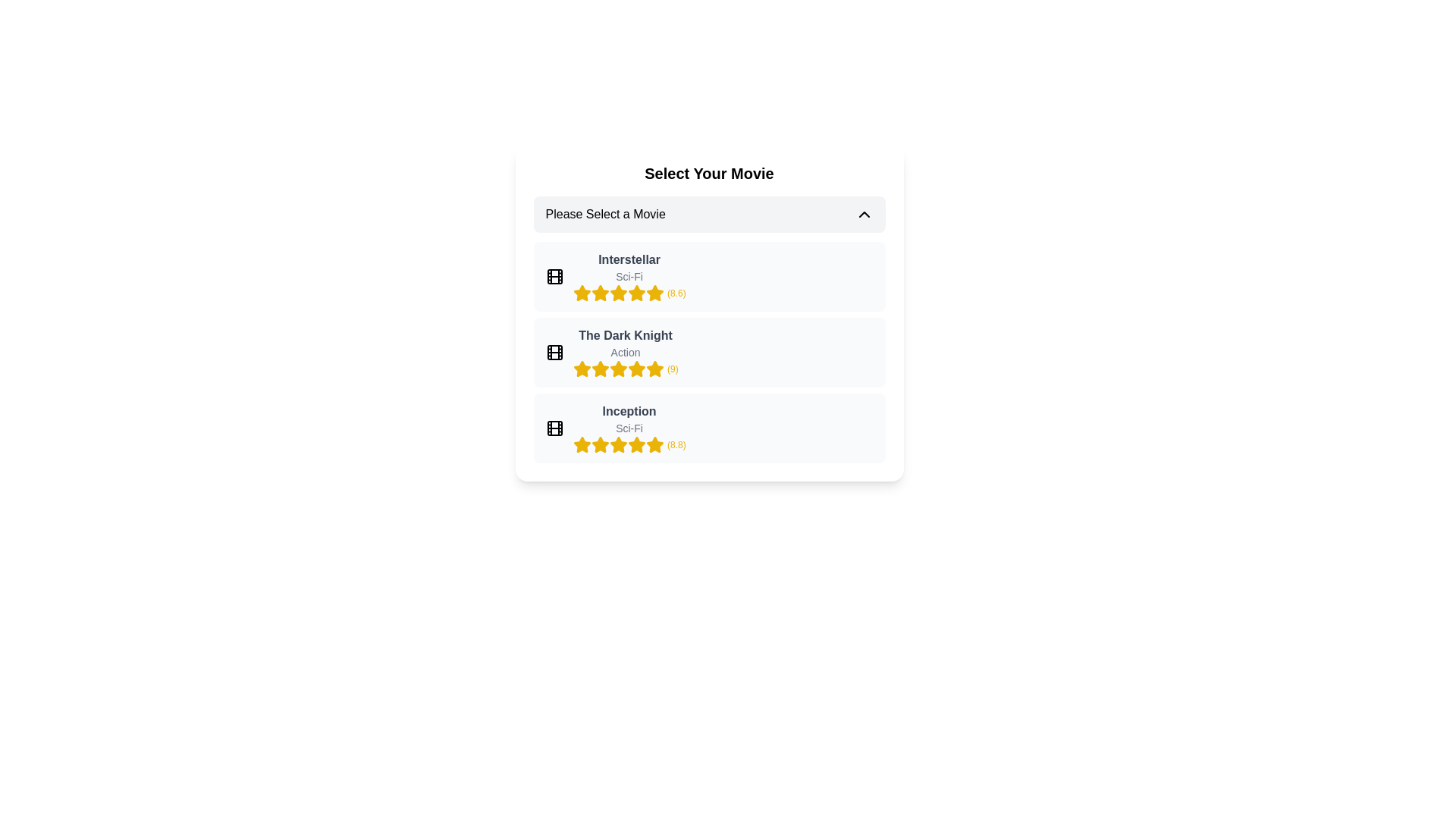 This screenshot has width=1456, height=819. Describe the element at coordinates (708, 353) in the screenshot. I see `the movie entry for 'The Dark Knight' in the selection list` at that location.